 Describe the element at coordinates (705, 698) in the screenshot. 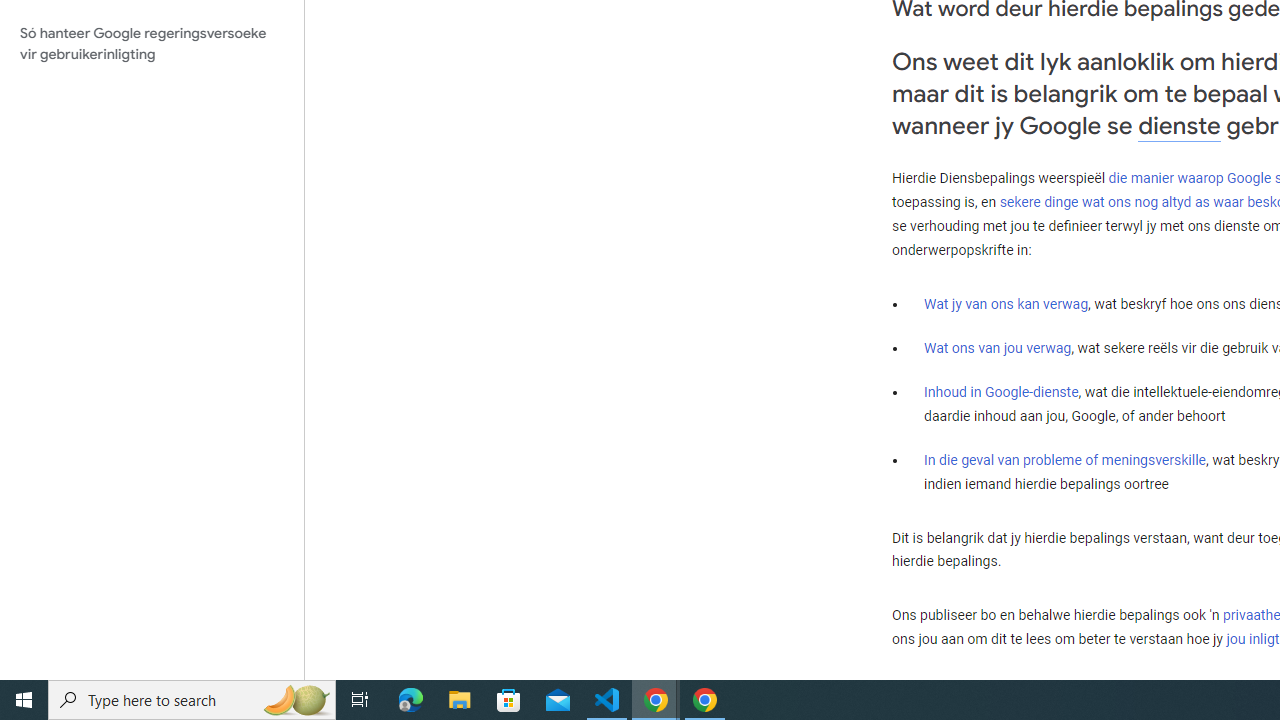

I see `'Google Chrome - 1 running window'` at that location.